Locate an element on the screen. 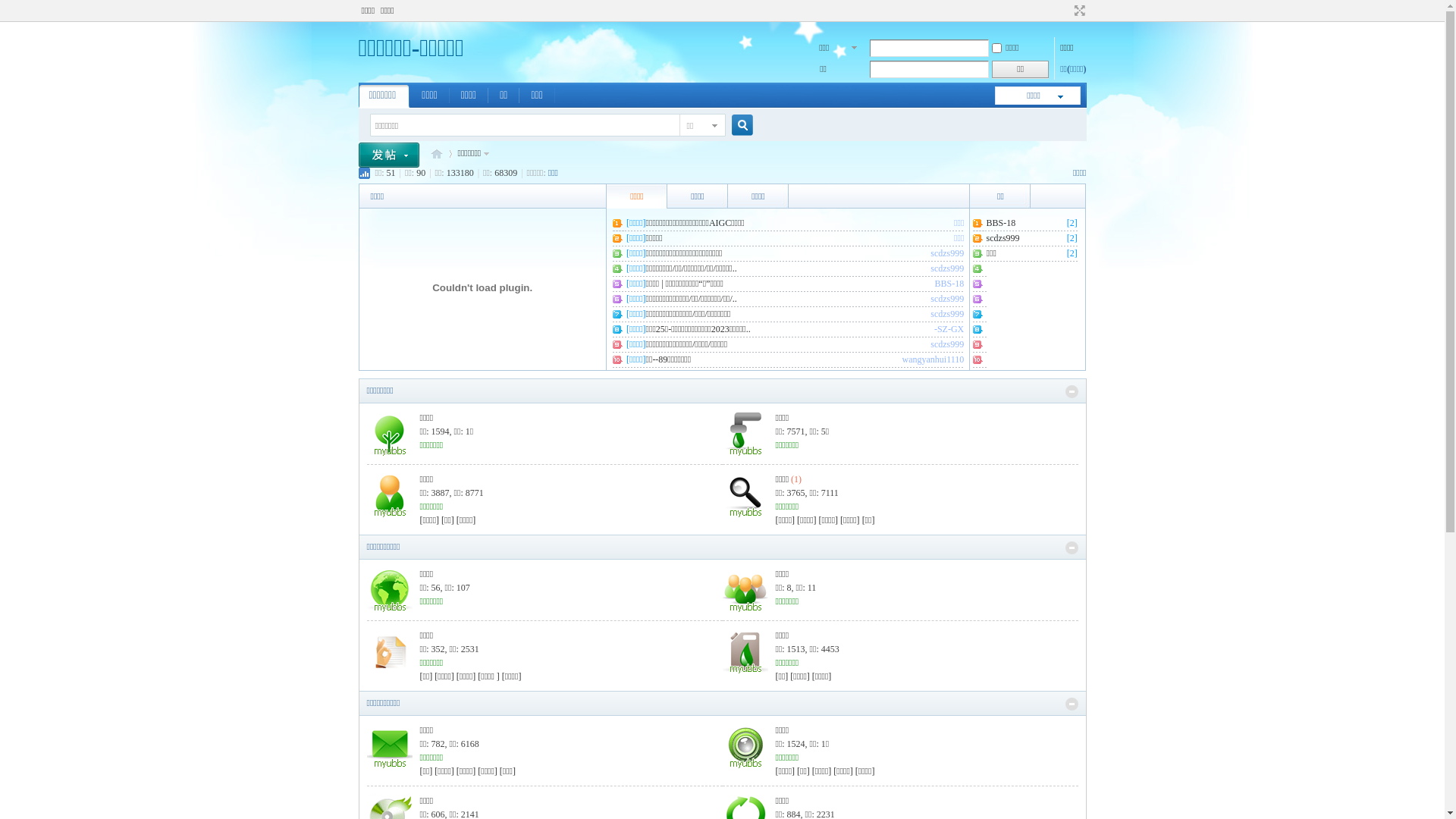 This screenshot has width=1456, height=819. 'scdzs999' is located at coordinates (946, 298).